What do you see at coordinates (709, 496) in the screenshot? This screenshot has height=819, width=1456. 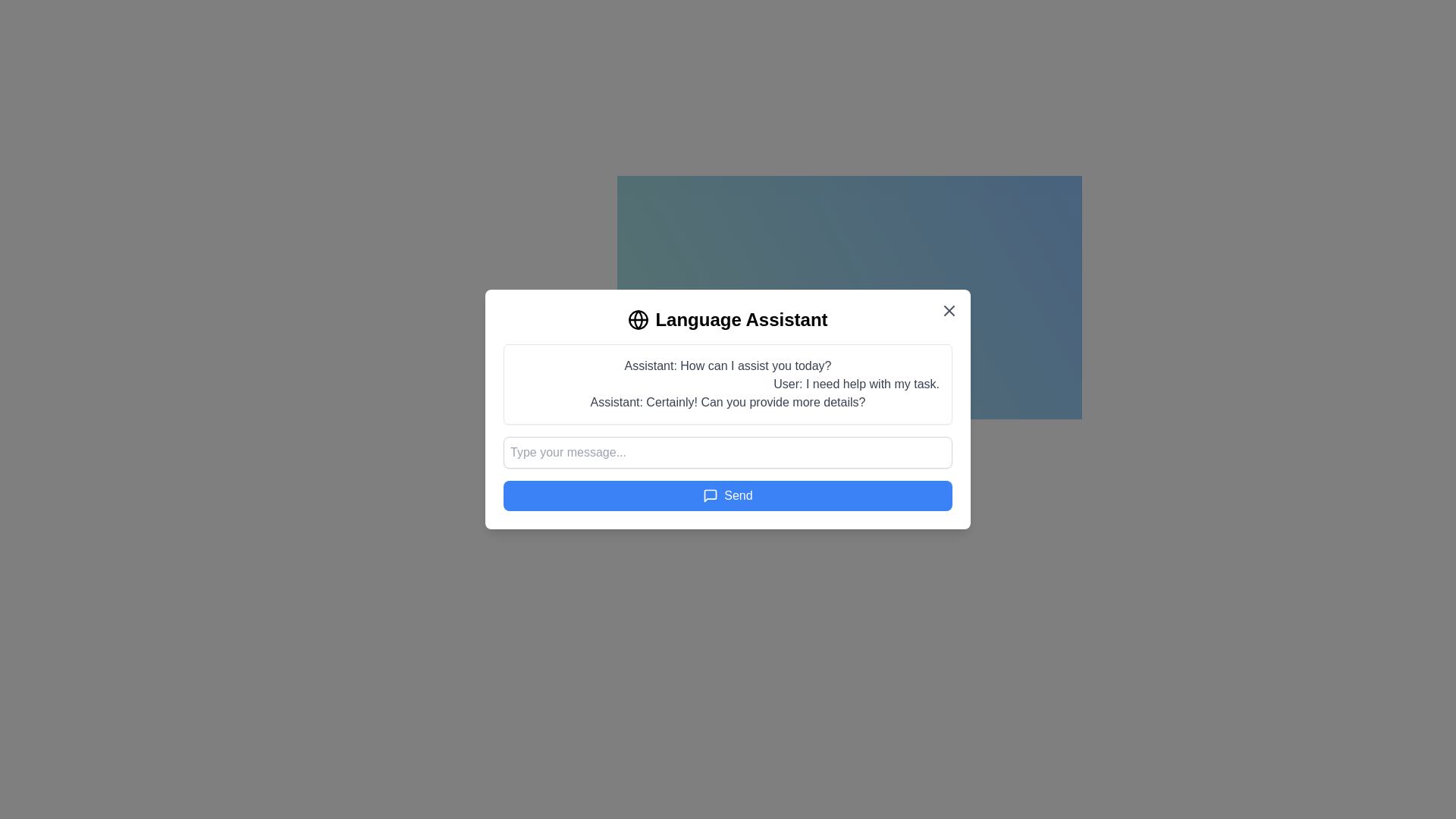 I see `the messaging icon located in the header section of the modal window, positioned to the left of the 'Language Assistant' title text` at bounding box center [709, 496].